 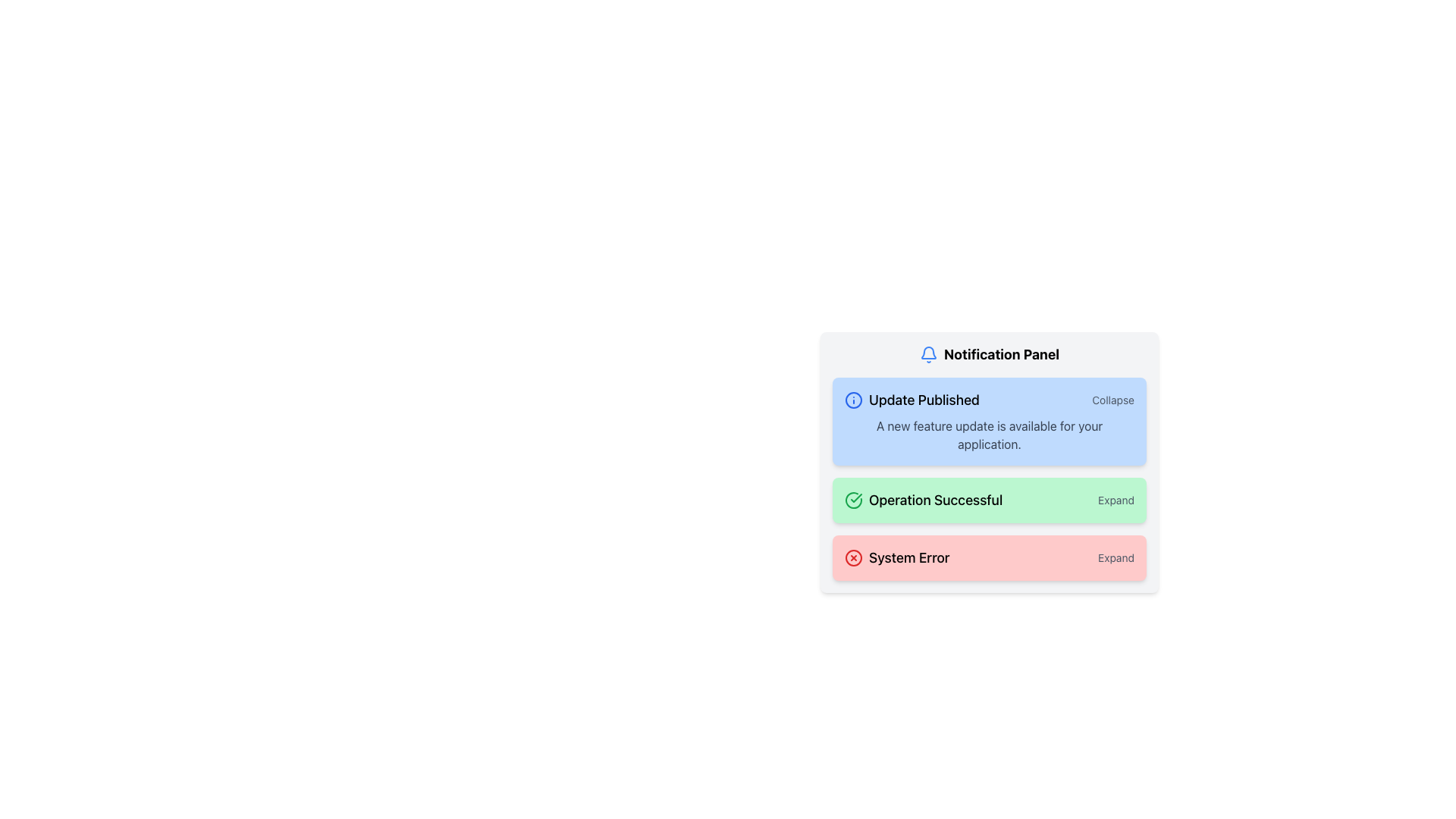 I want to click on the 'Collapse' button located in the top blue card of the Notification Panel, which changes color on hover, so click(x=1113, y=400).